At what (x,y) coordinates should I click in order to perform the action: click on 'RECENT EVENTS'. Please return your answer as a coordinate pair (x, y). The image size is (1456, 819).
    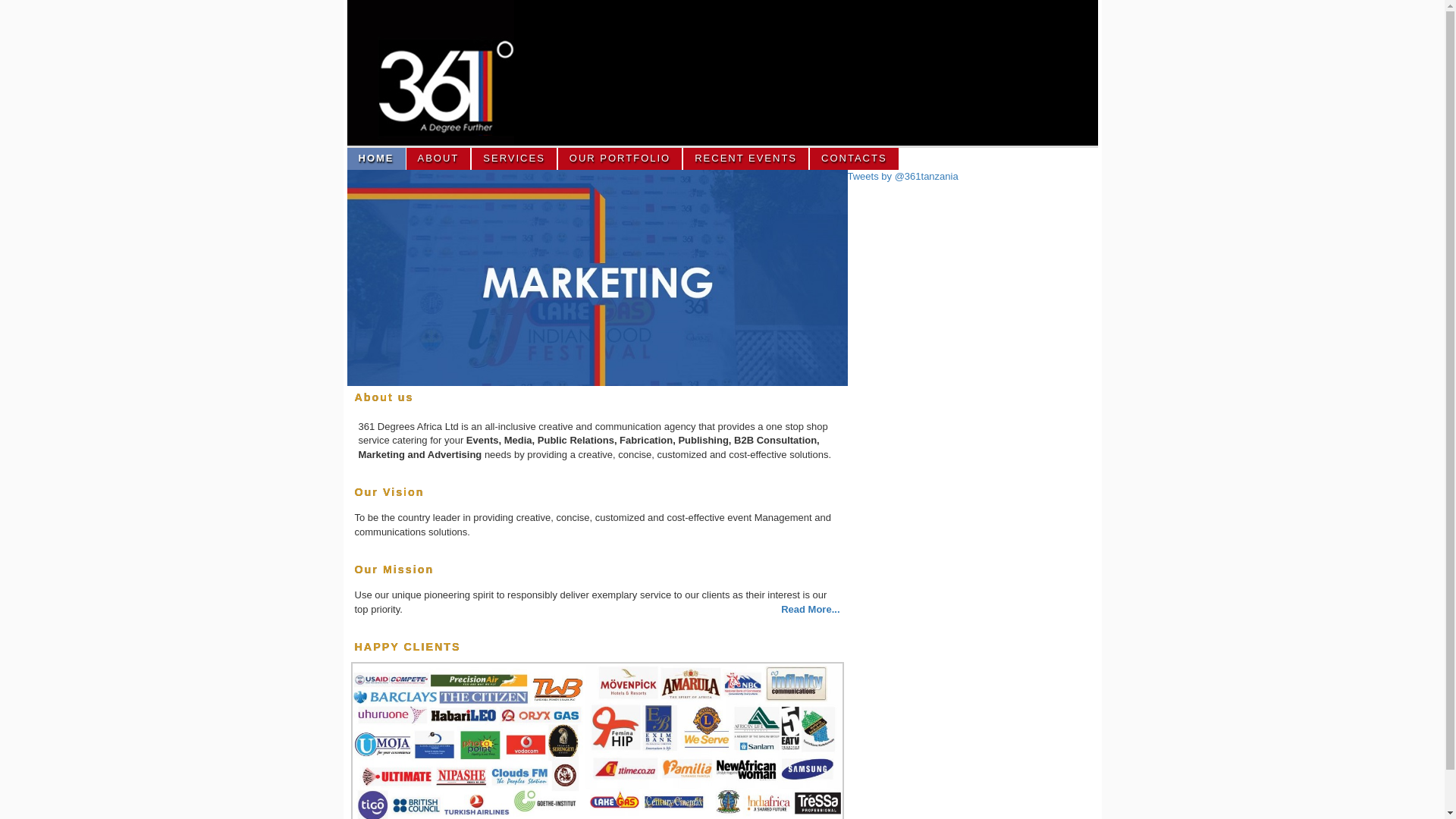
    Looking at the image, I should click on (746, 158).